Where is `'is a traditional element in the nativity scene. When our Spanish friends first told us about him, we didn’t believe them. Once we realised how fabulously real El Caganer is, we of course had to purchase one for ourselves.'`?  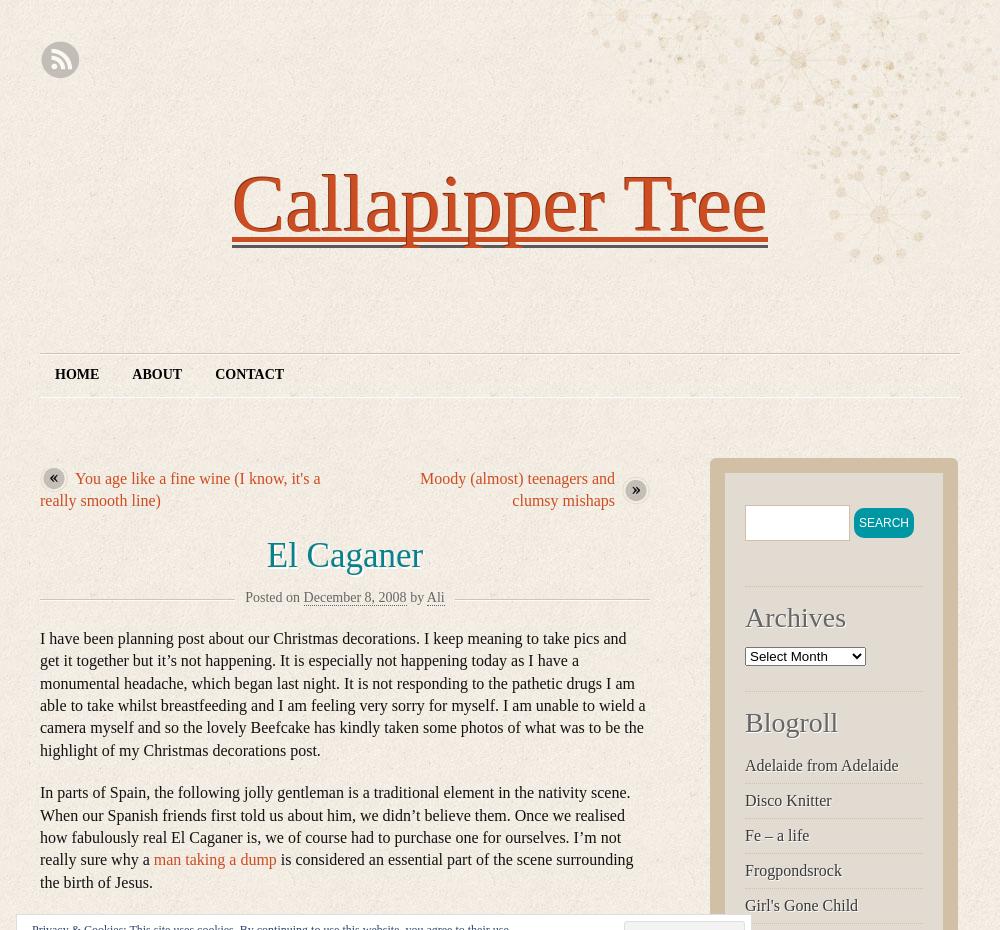
'is a traditional element in the nativity scene. When our Spanish friends first told us about him, we didn’t believe them. Once we realised how fabulously real El Caganer is, we of course had to purchase one for ourselves.' is located at coordinates (334, 813).